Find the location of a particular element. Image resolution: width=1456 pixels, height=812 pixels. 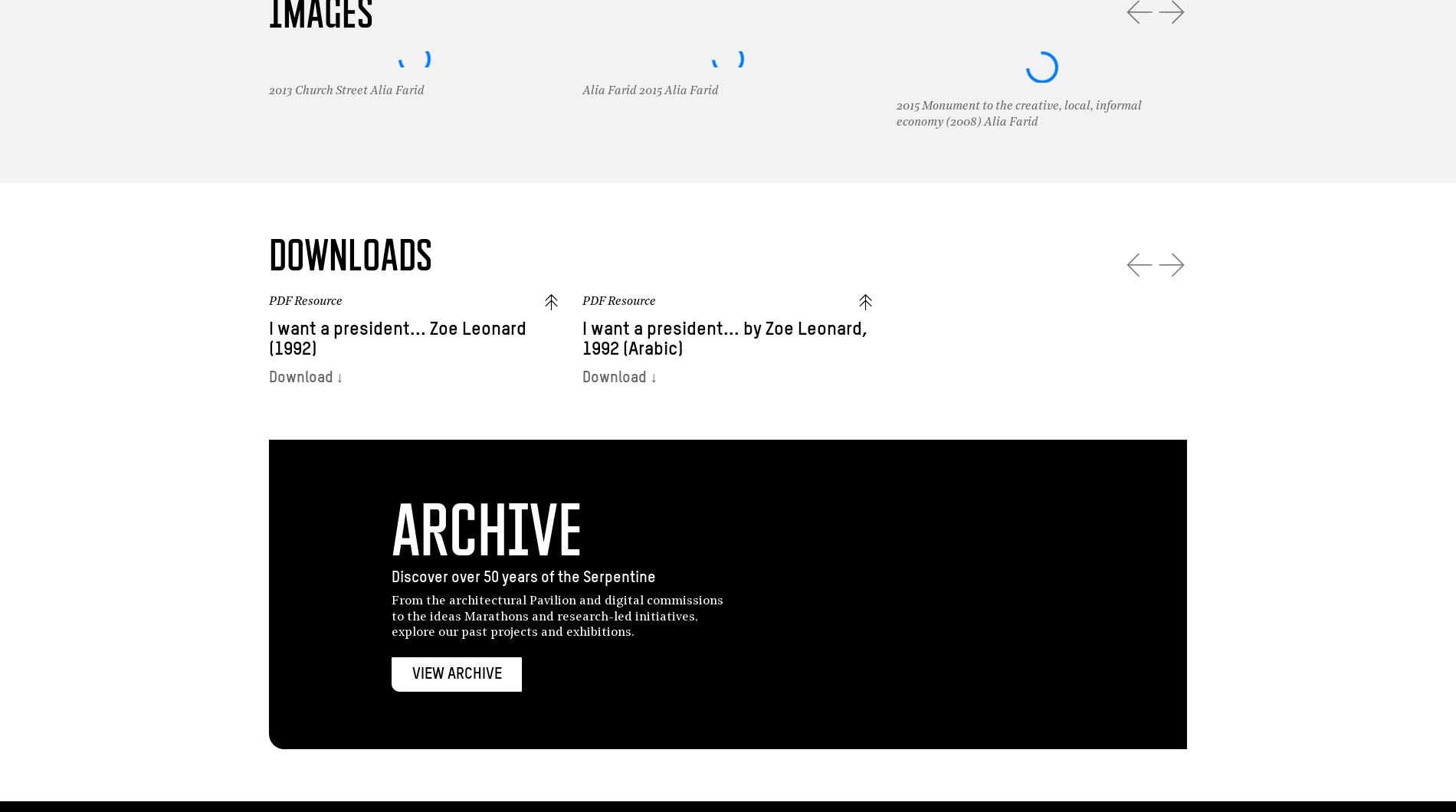

'2013
Church Street
Alia Farid' is located at coordinates (345, 90).